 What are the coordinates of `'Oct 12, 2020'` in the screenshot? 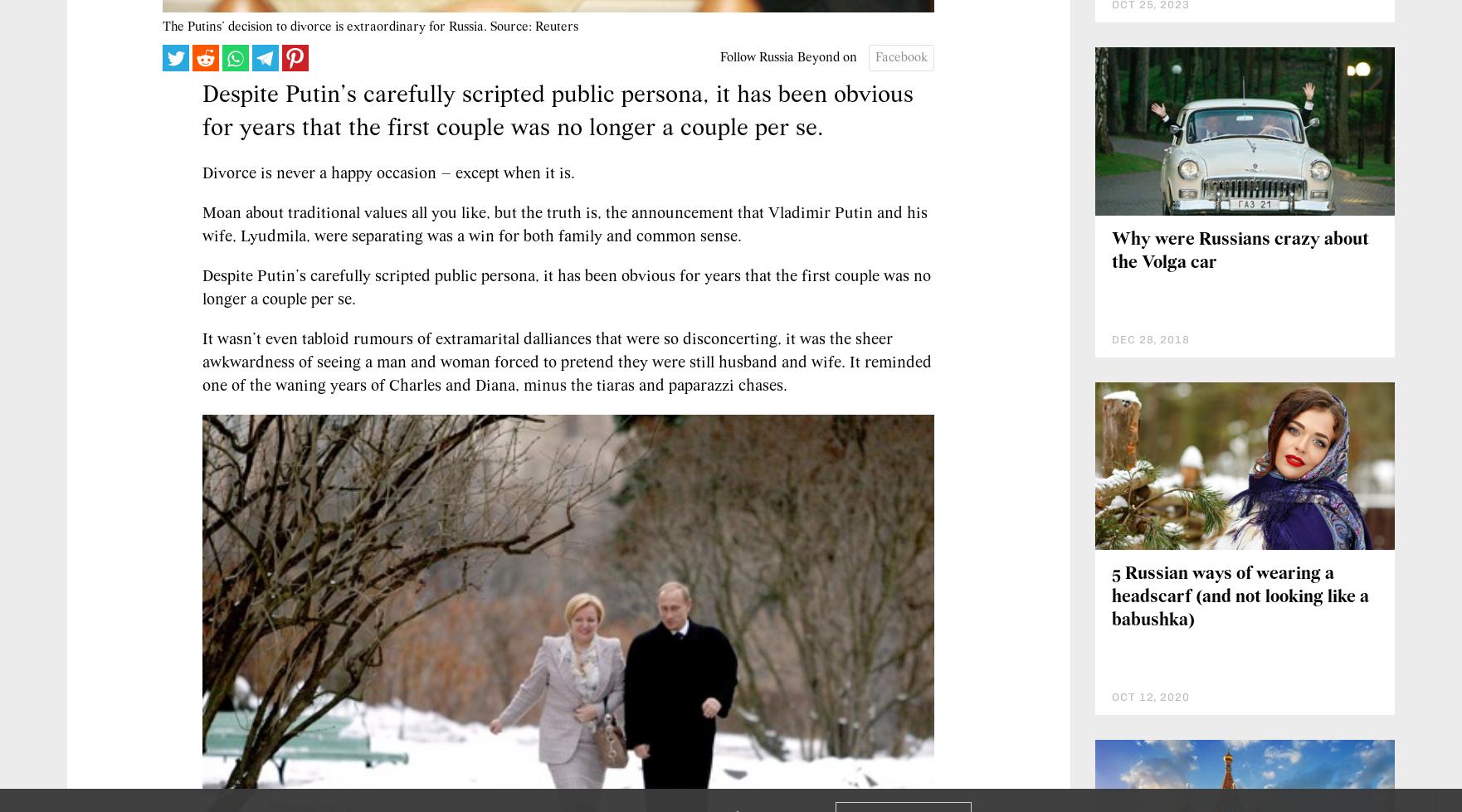 It's located at (1111, 696).